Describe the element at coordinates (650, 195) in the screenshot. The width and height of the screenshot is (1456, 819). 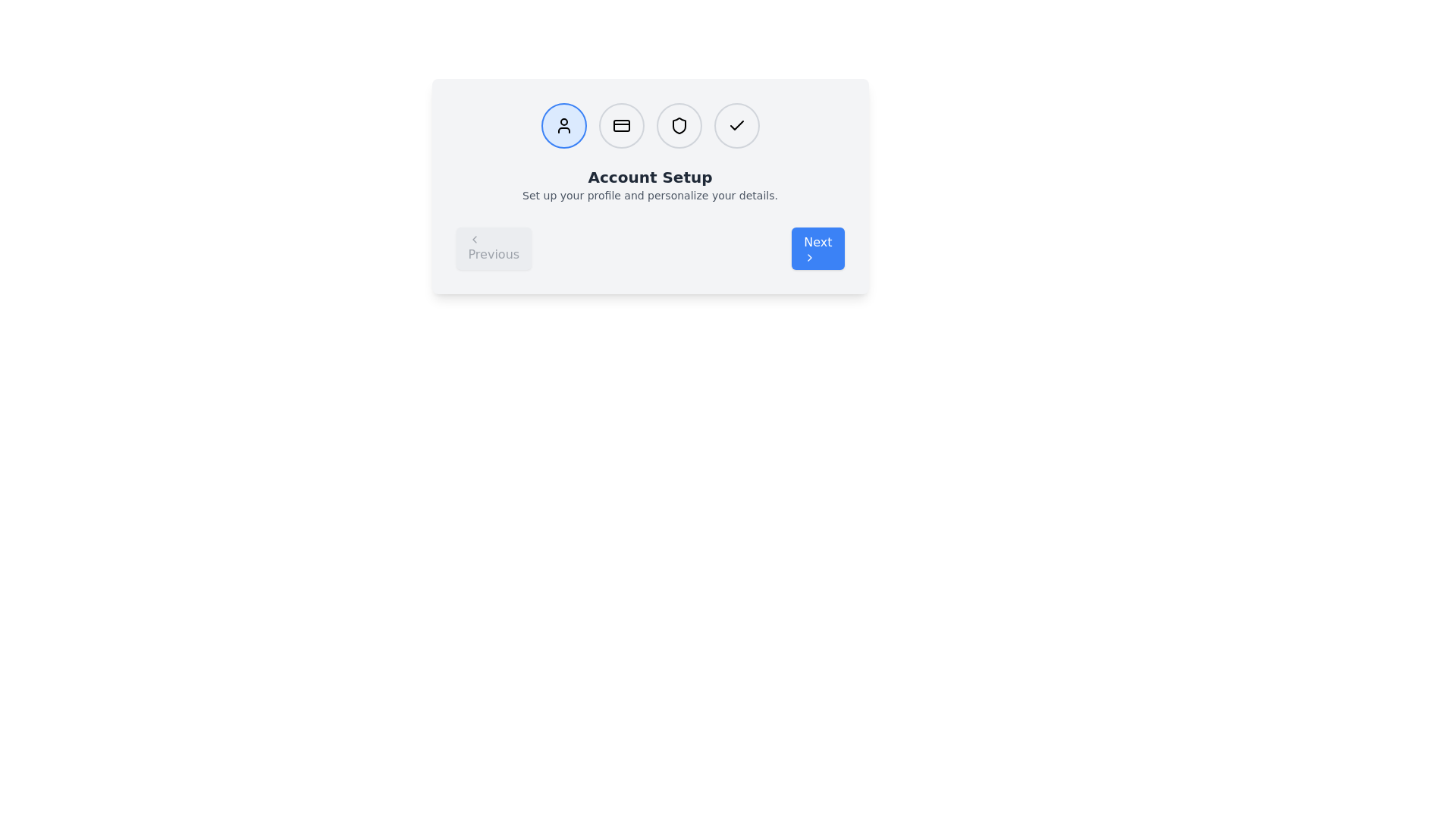
I see `static text element that says 'Set up your profile and personalize your details.' positioned below the 'Account Setup' title` at that location.